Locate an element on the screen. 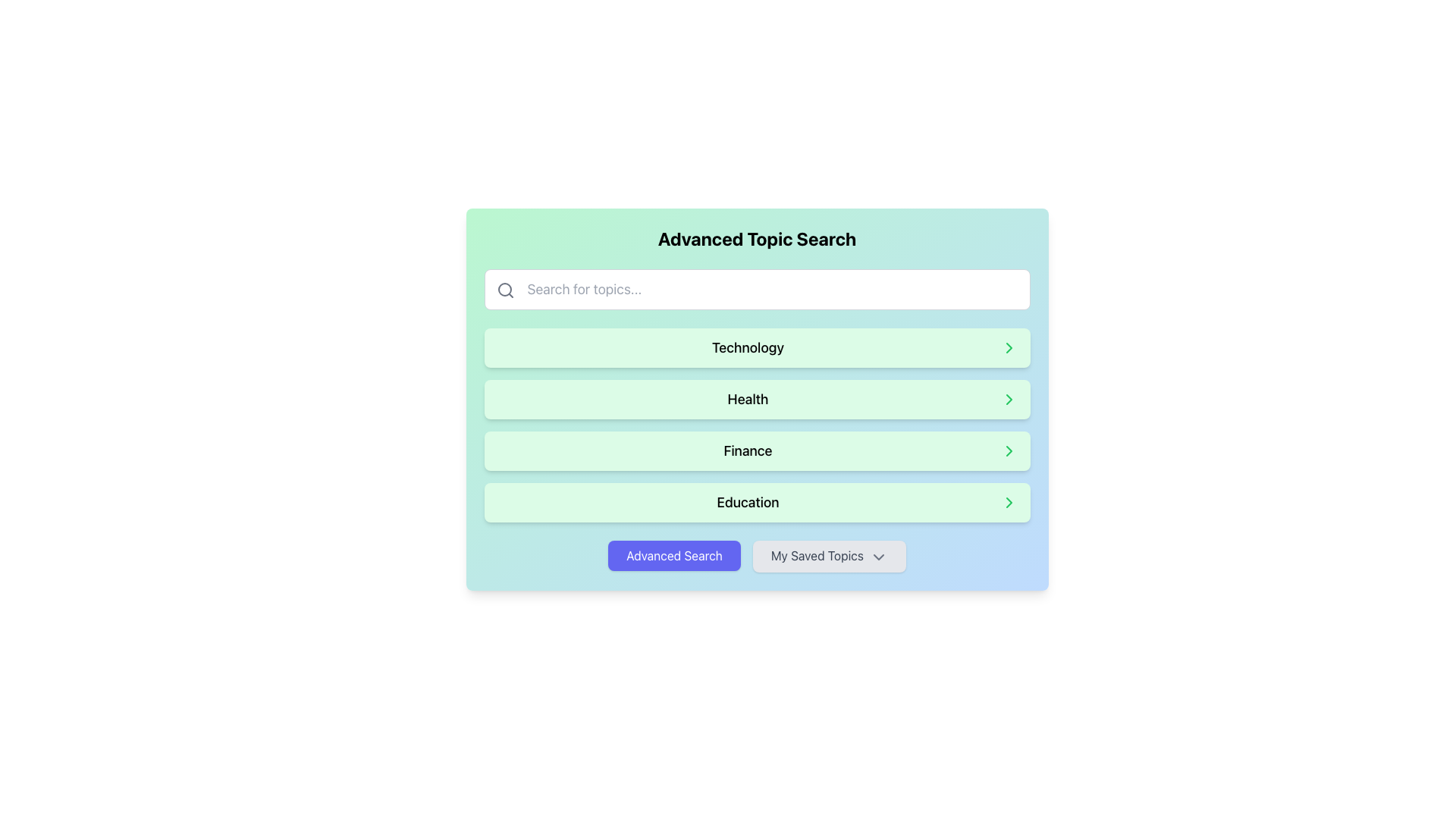  the arrow icon located at the far-right side of the 'Education' button is located at coordinates (1009, 503).